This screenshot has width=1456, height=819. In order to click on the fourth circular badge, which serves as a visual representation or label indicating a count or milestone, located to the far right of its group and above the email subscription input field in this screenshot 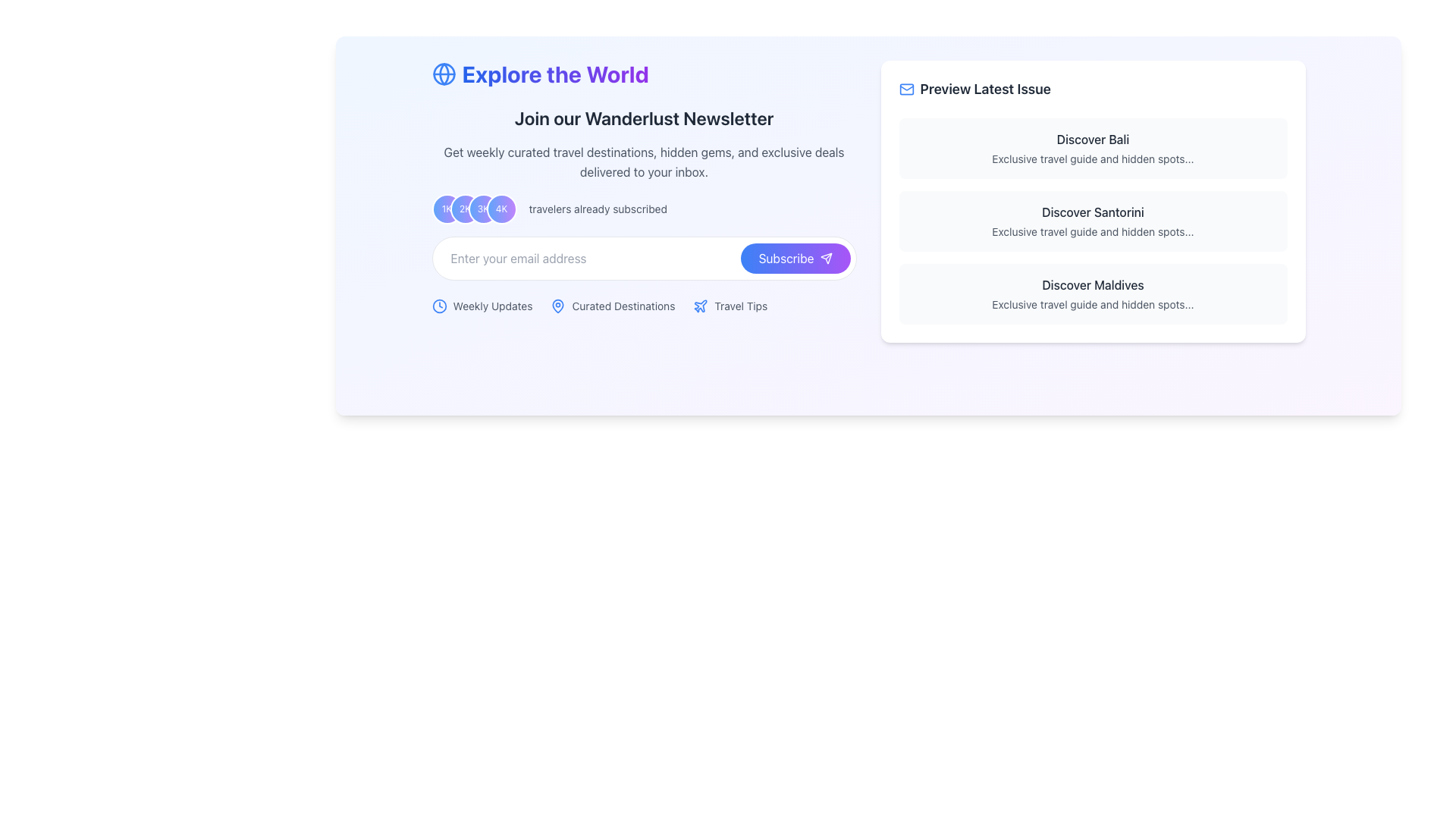, I will do `click(501, 209)`.